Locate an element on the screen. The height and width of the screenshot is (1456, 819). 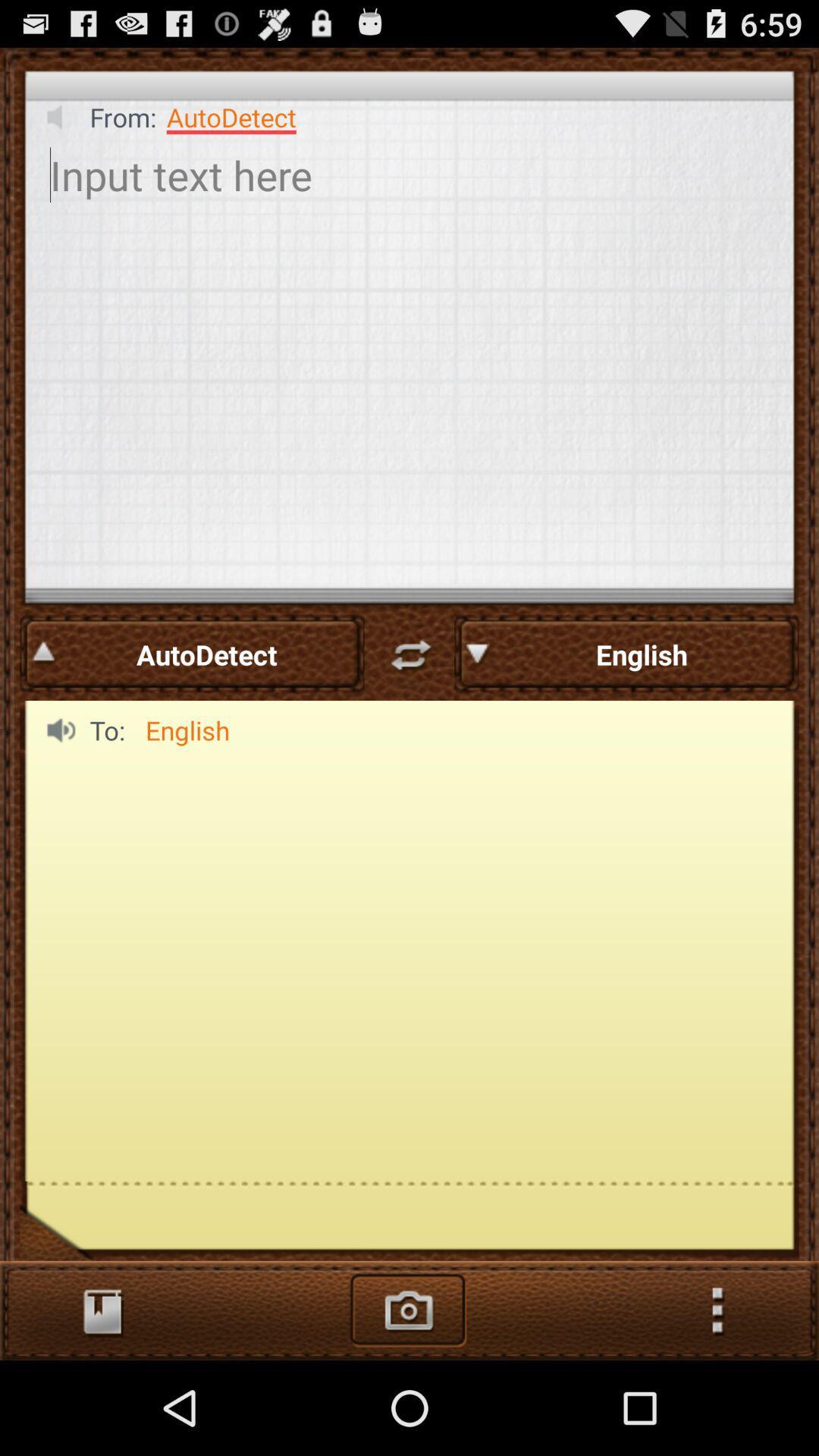
the photo icon is located at coordinates (408, 1401).